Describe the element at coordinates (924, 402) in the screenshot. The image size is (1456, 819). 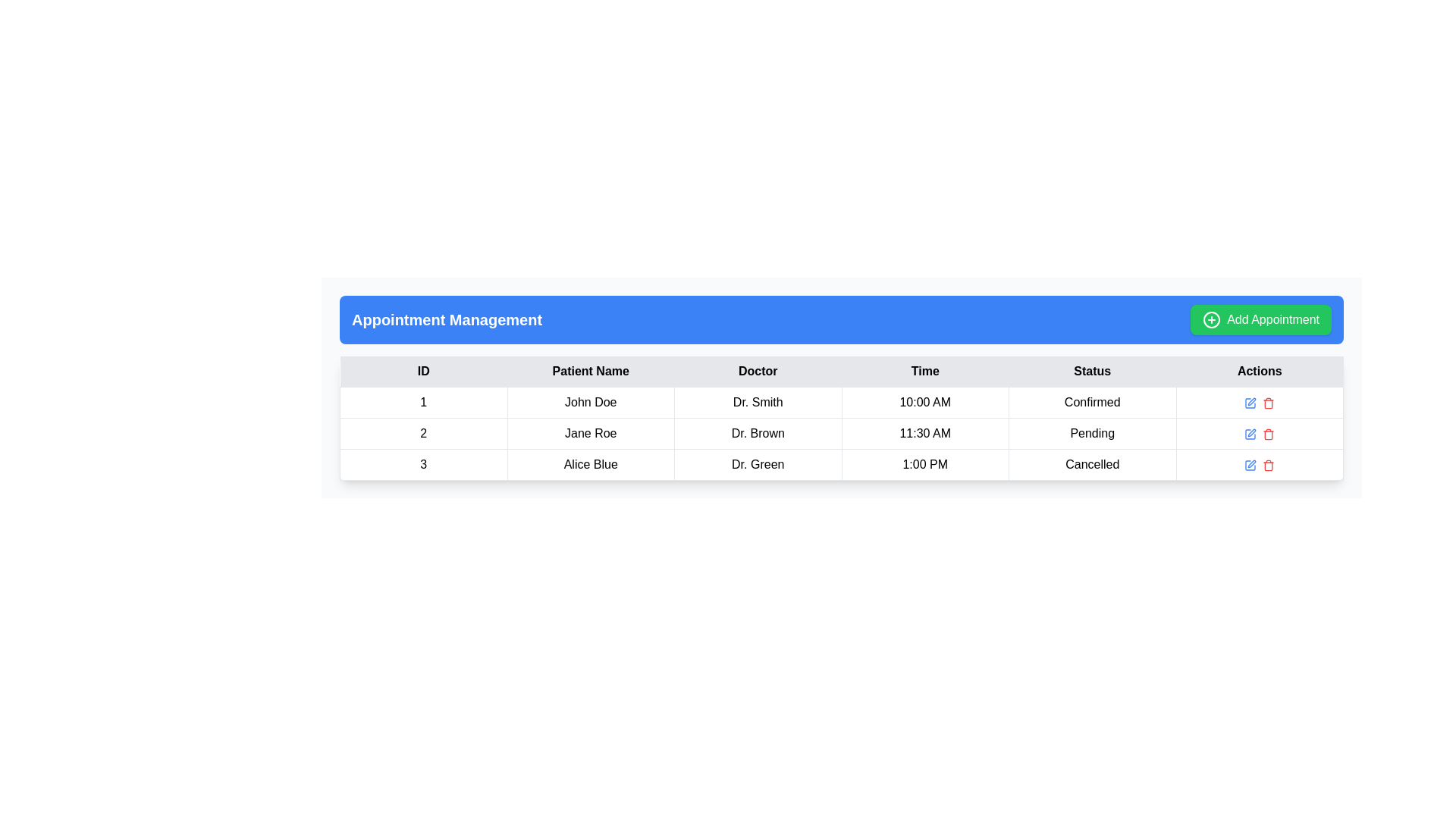
I see `the text display showing '10:00 AM' in the 'Time' column of the grid structure, which is positioned in the fourth cell of the first row` at that location.